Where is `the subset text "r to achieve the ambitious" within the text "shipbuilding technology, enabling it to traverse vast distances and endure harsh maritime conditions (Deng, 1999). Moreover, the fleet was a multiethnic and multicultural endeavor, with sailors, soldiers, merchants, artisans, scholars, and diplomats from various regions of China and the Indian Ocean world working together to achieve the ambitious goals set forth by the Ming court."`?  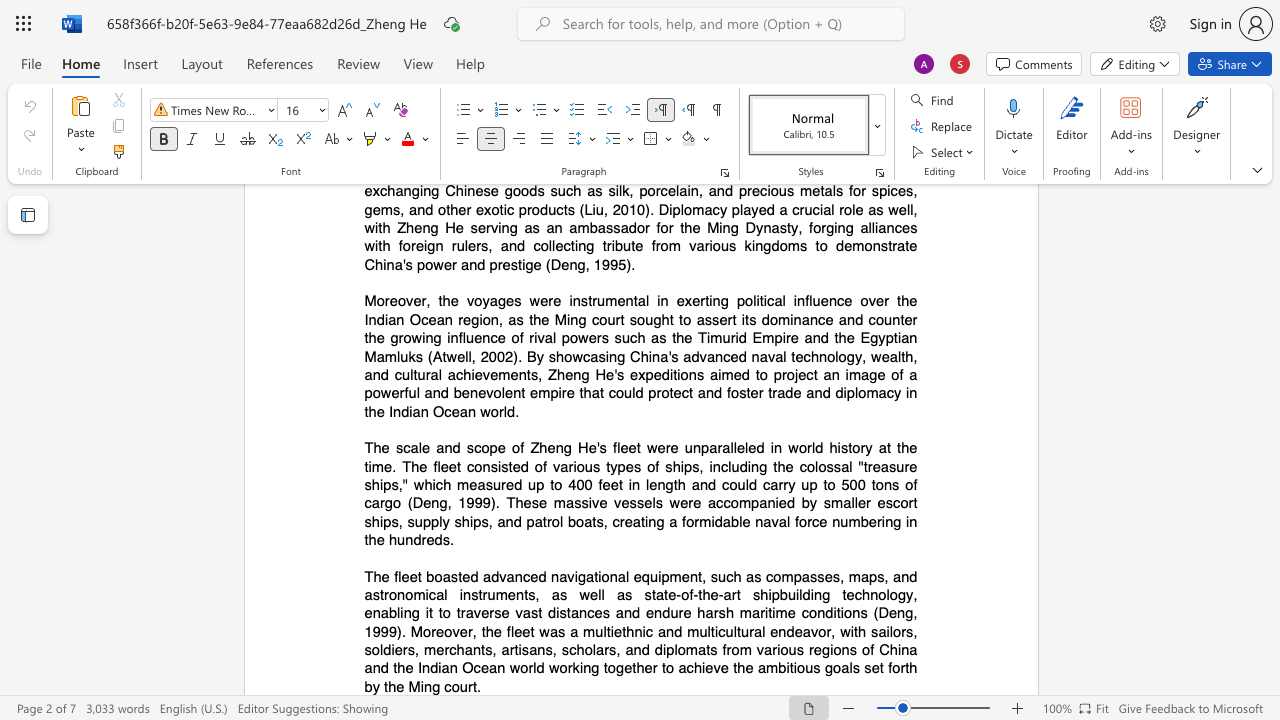
the subset text "r to achieve the ambitious" within the text "shipbuilding technology, enabling it to traverse vast distances and endure harsh maritime conditions (Deng, 1999). Moreover, the fleet was a multiethnic and multicultural endeavor, with sailors, soldiers, merchants, artisans, scholars, and diplomats from various regions of China and the Indian Ocean world working together to achieve the ambitious goals set forth by the Ming court." is located at coordinates (652, 668).